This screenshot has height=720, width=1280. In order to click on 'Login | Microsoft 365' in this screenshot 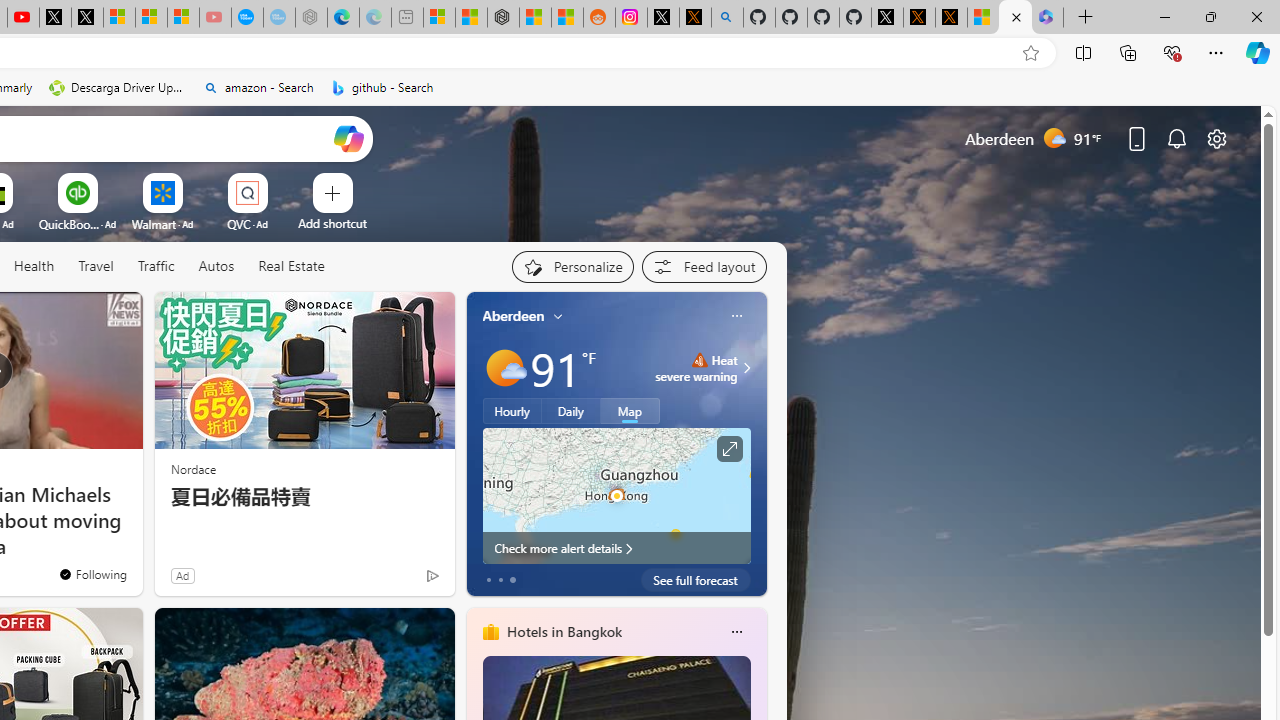, I will do `click(1046, 17)`.